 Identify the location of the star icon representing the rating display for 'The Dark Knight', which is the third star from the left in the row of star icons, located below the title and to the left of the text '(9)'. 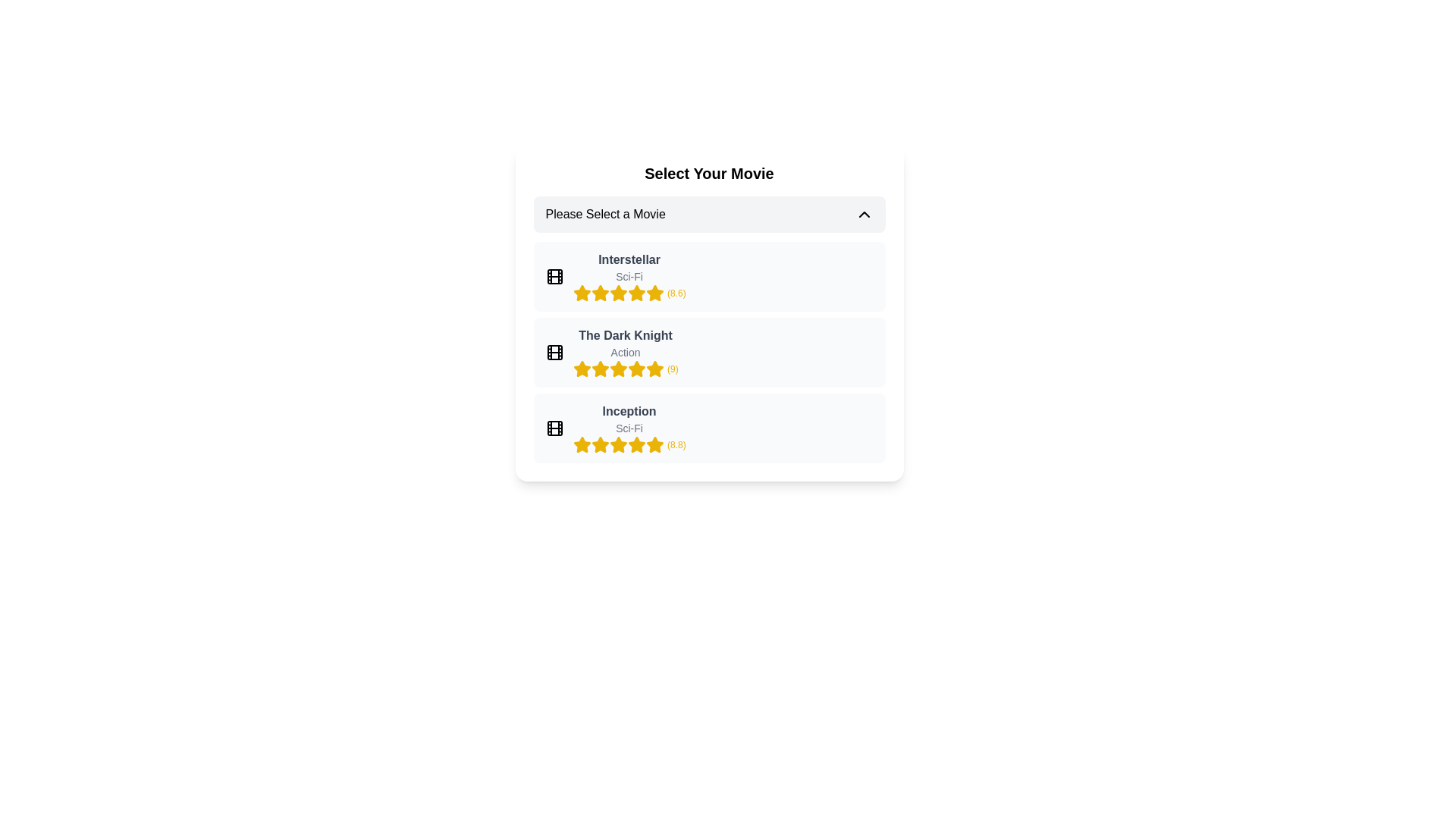
(599, 369).